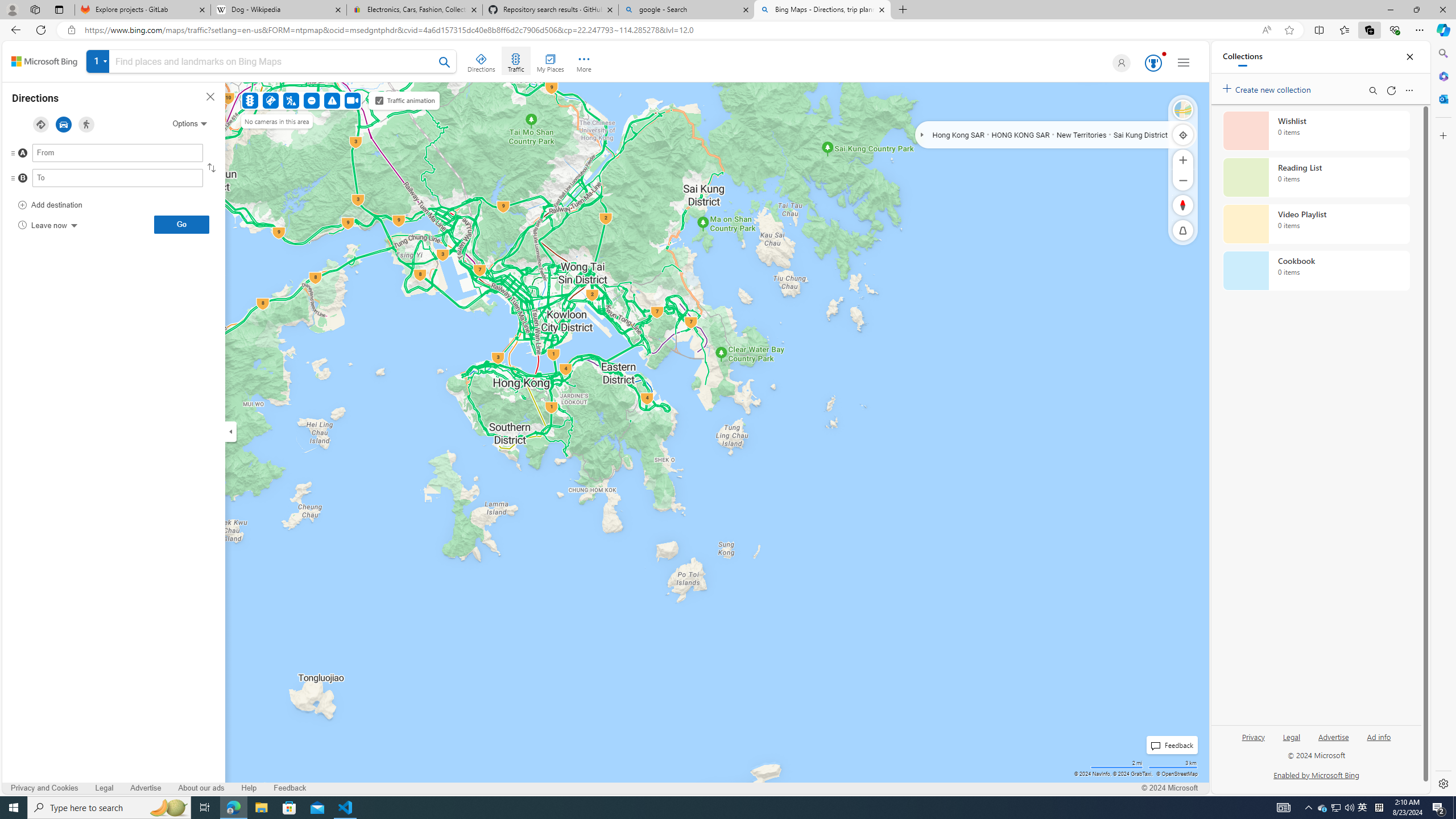 The image size is (1456, 819). What do you see at coordinates (312, 100) in the screenshot?
I see `'Road Closures'` at bounding box center [312, 100].